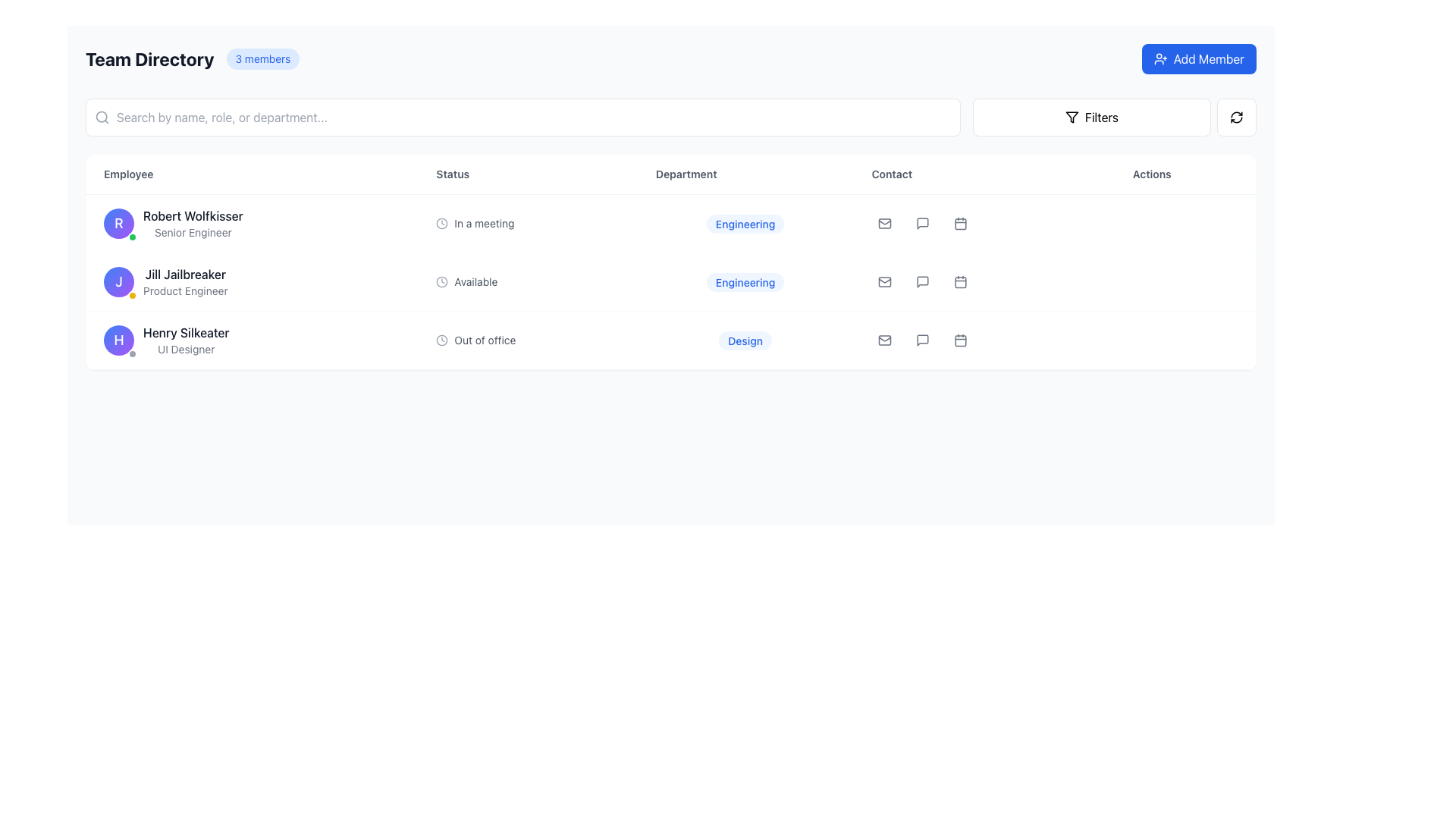 Image resolution: width=1456 pixels, height=819 pixels. I want to click on the name label for the individual listed in the team directory, which is positioned at the top-left corner of the row, above the subtitle 'Senior Engineer' and next to the avatar icon, so click(192, 216).